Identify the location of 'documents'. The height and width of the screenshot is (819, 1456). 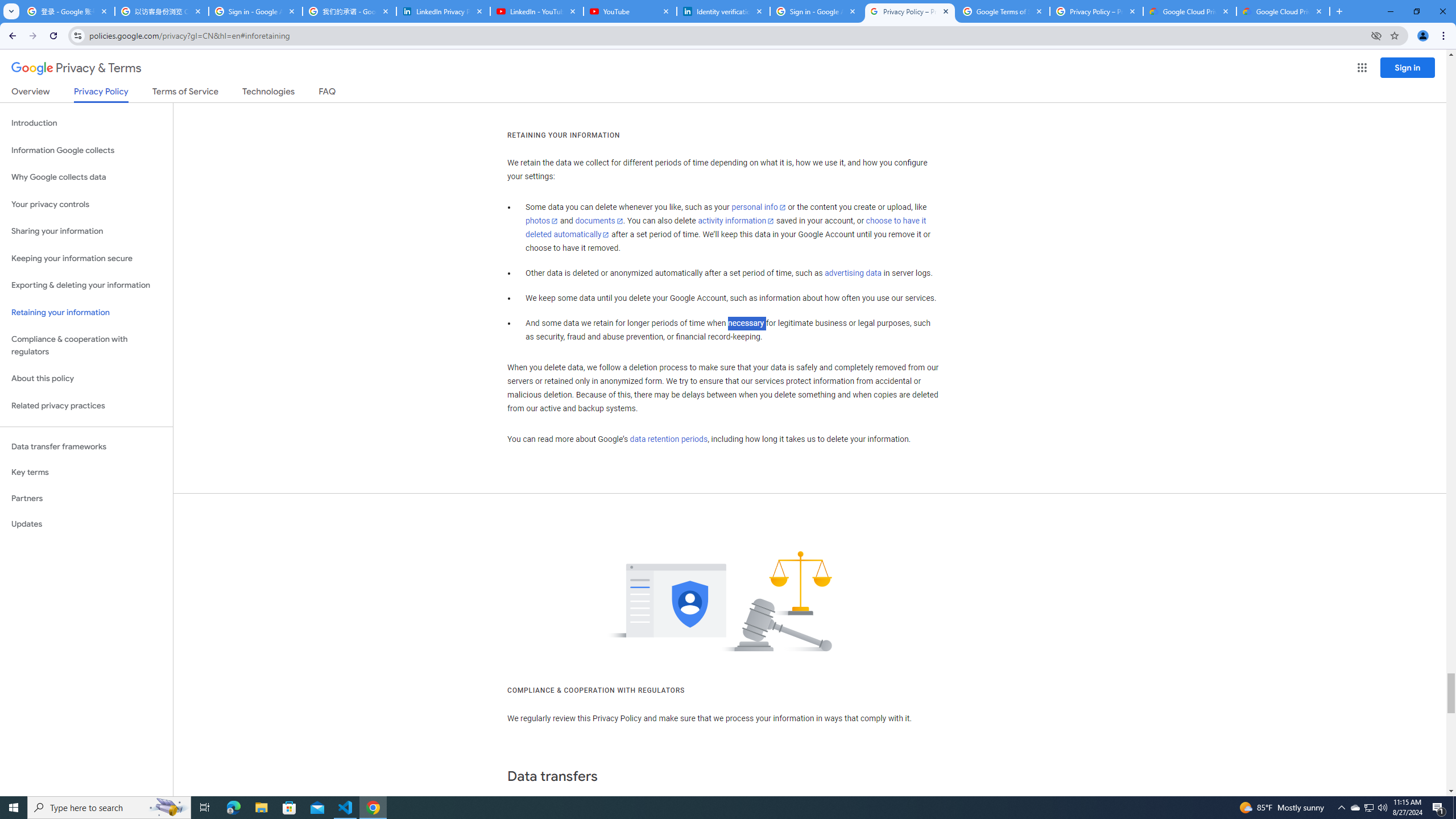
(598, 220).